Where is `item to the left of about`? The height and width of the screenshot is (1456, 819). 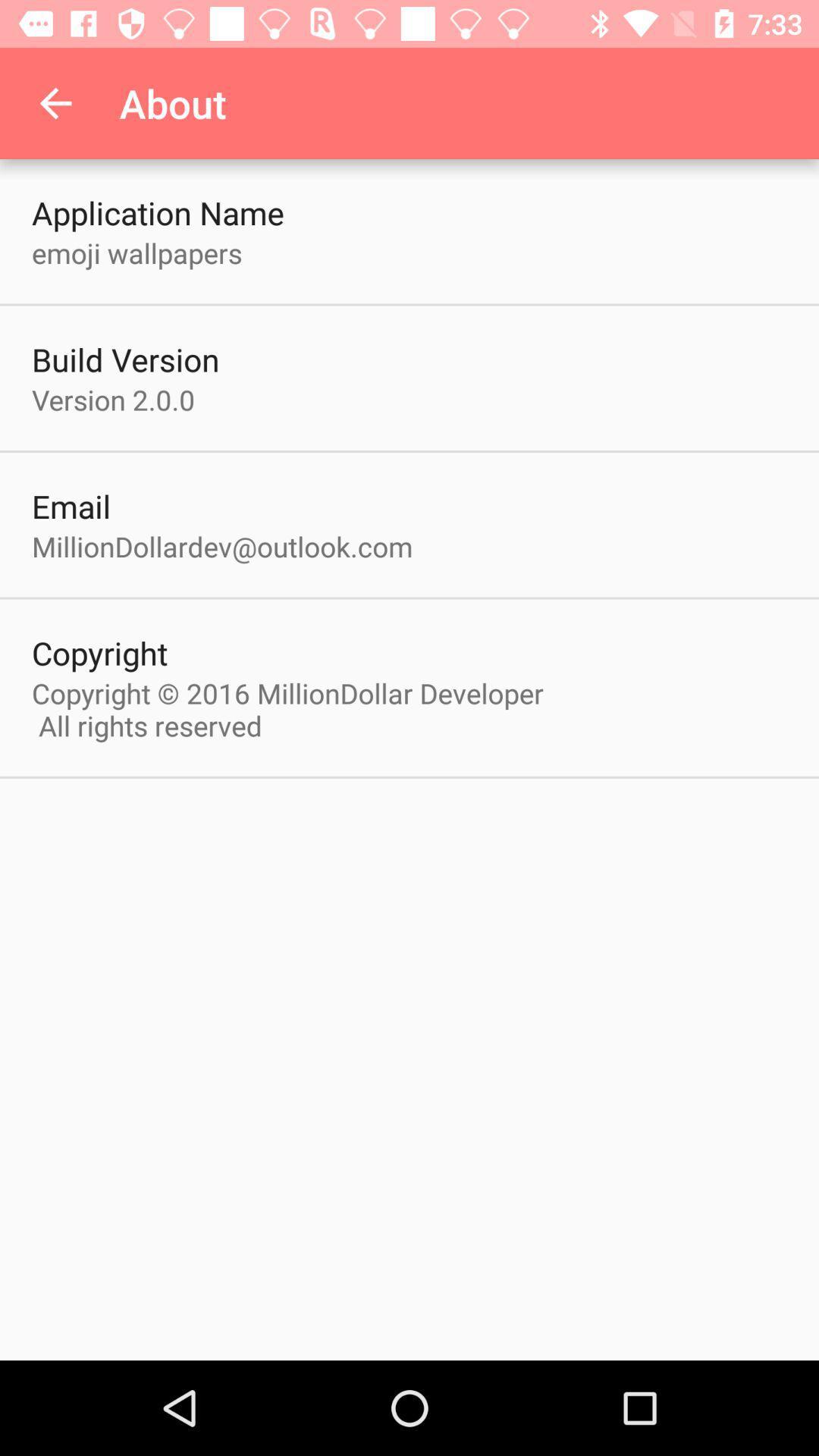 item to the left of about is located at coordinates (55, 102).